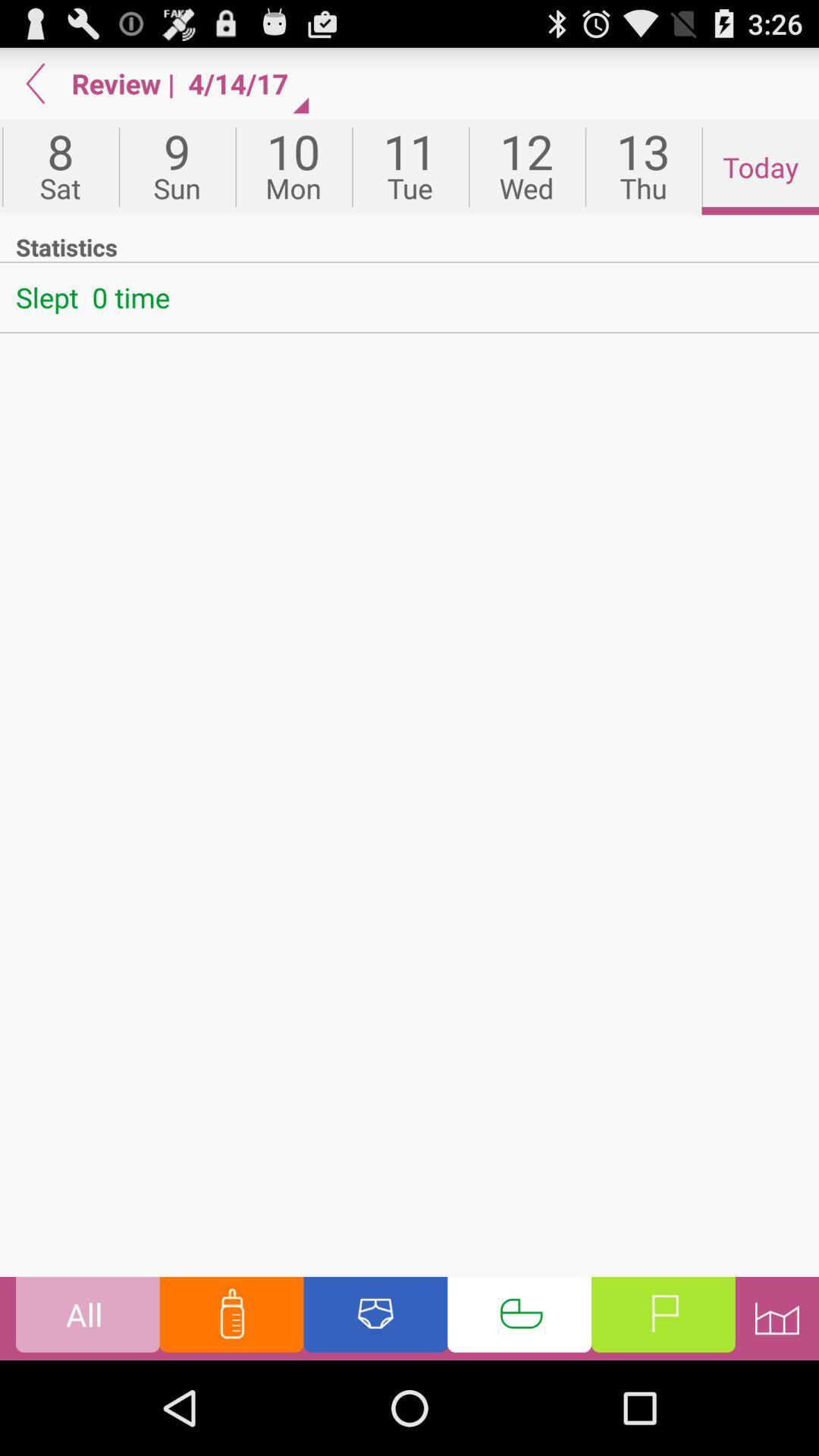 The image size is (819, 1456). Describe the element at coordinates (526, 167) in the screenshot. I see `the date between 11 tue and 13 thu` at that location.